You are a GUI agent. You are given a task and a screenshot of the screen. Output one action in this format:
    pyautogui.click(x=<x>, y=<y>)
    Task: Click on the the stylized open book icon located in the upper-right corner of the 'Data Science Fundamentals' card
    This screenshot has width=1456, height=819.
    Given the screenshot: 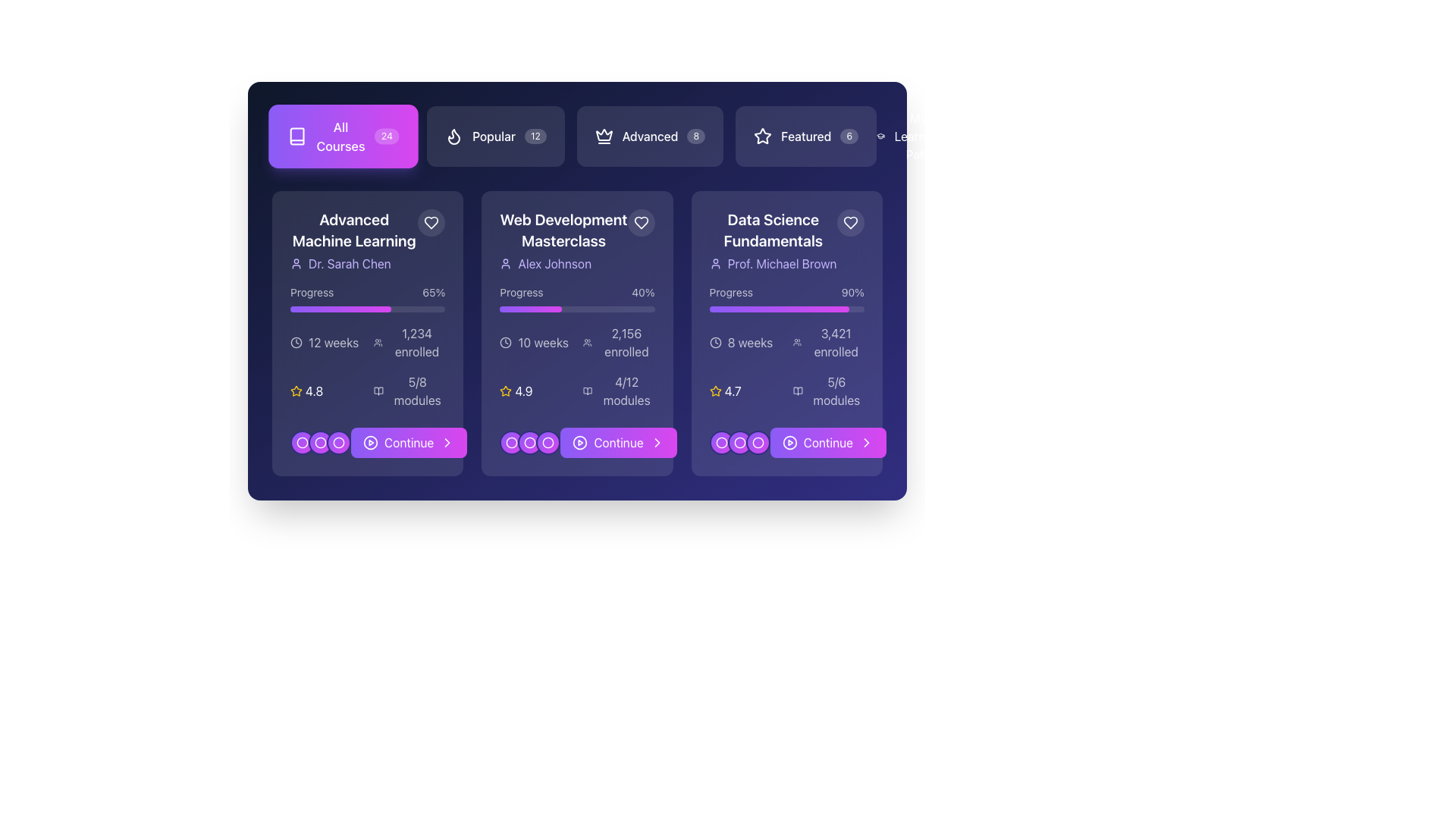 What is the action you would take?
    pyautogui.click(x=797, y=391)
    